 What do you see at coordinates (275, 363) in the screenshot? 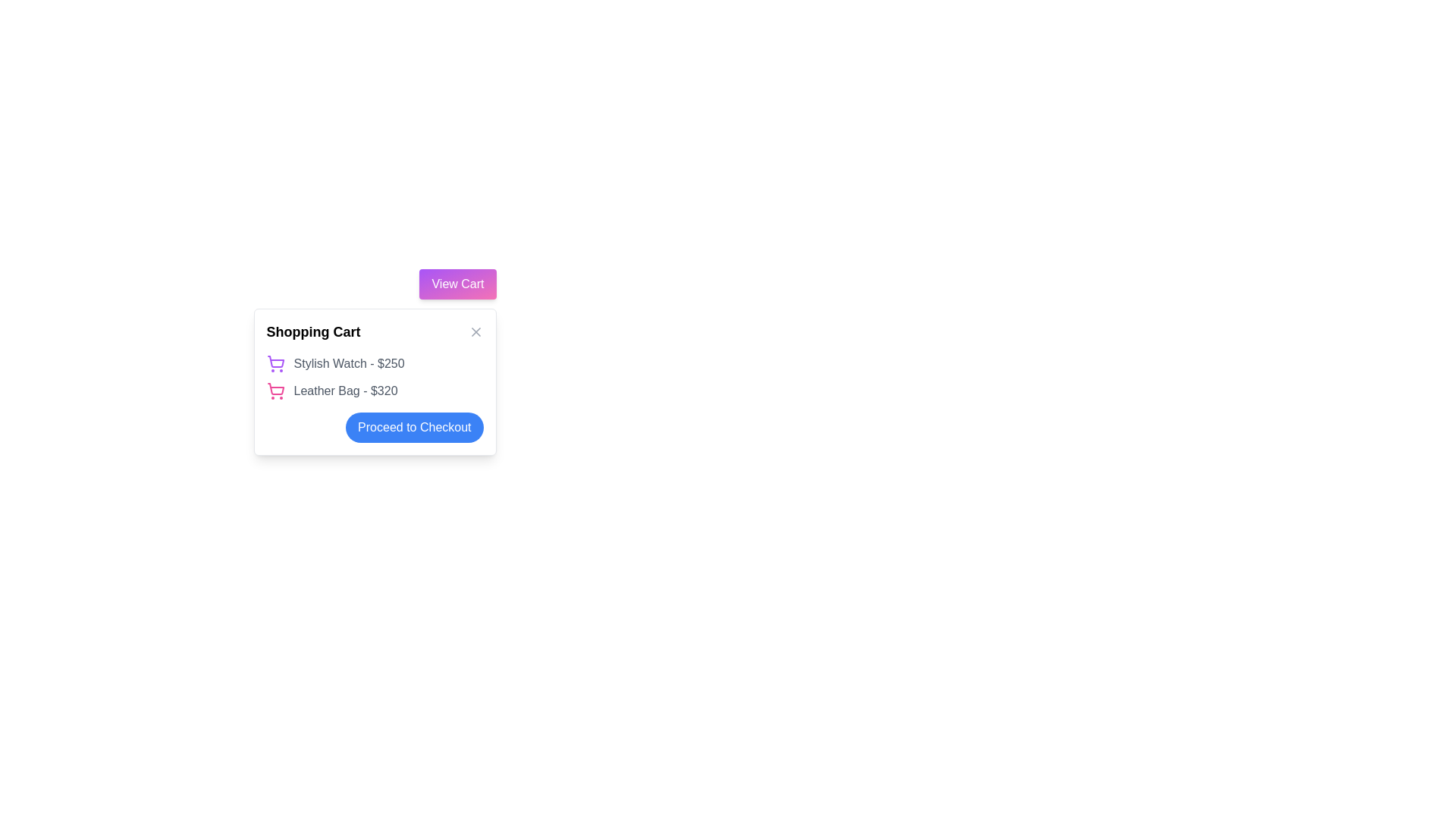
I see `the shopping cart icon located to the left of the text 'Stylish Watch - $250'` at bounding box center [275, 363].